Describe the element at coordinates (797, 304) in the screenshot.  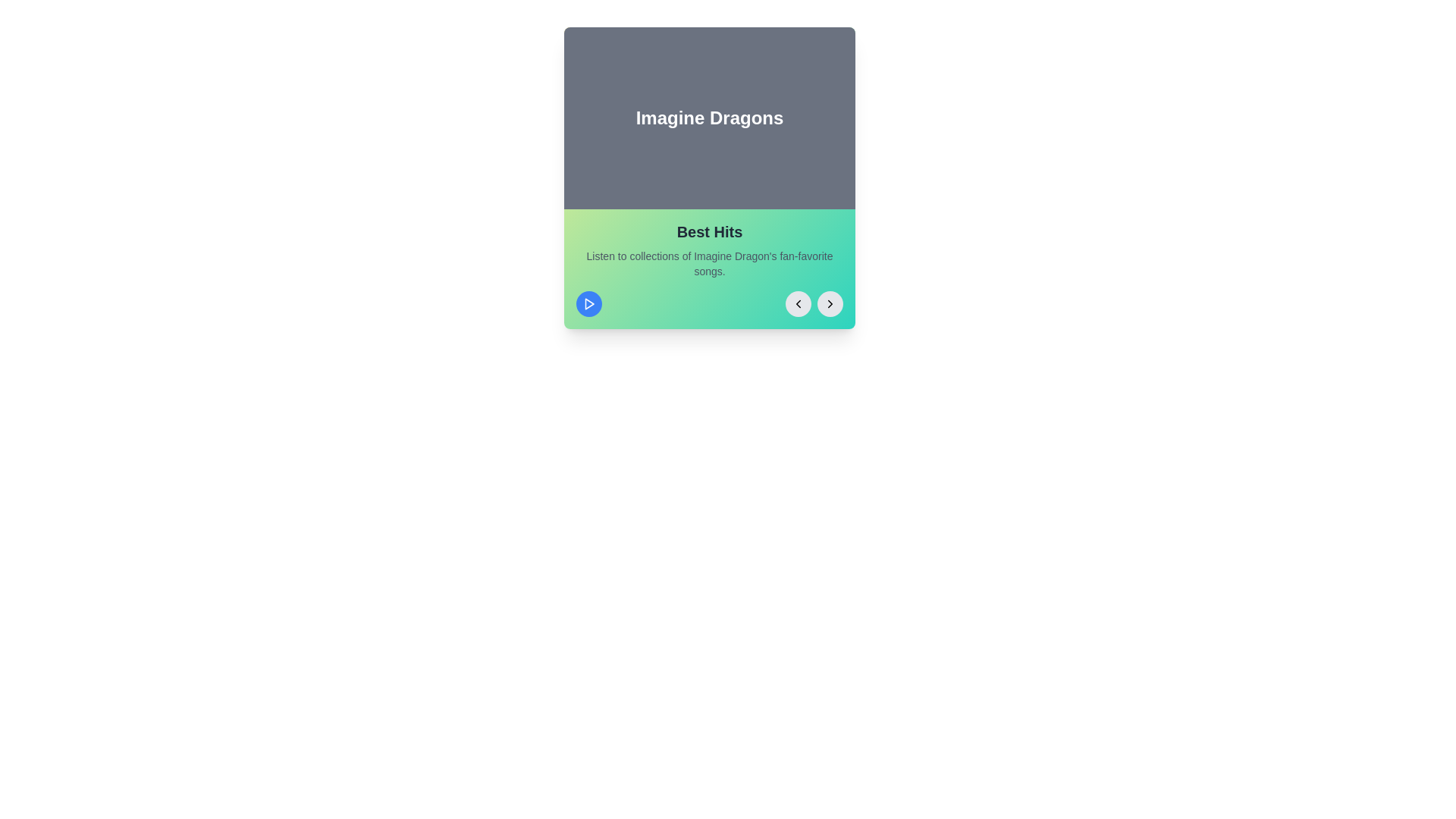
I see `the left arrow icon within the rounded button at the bottom-right of the card` at that location.